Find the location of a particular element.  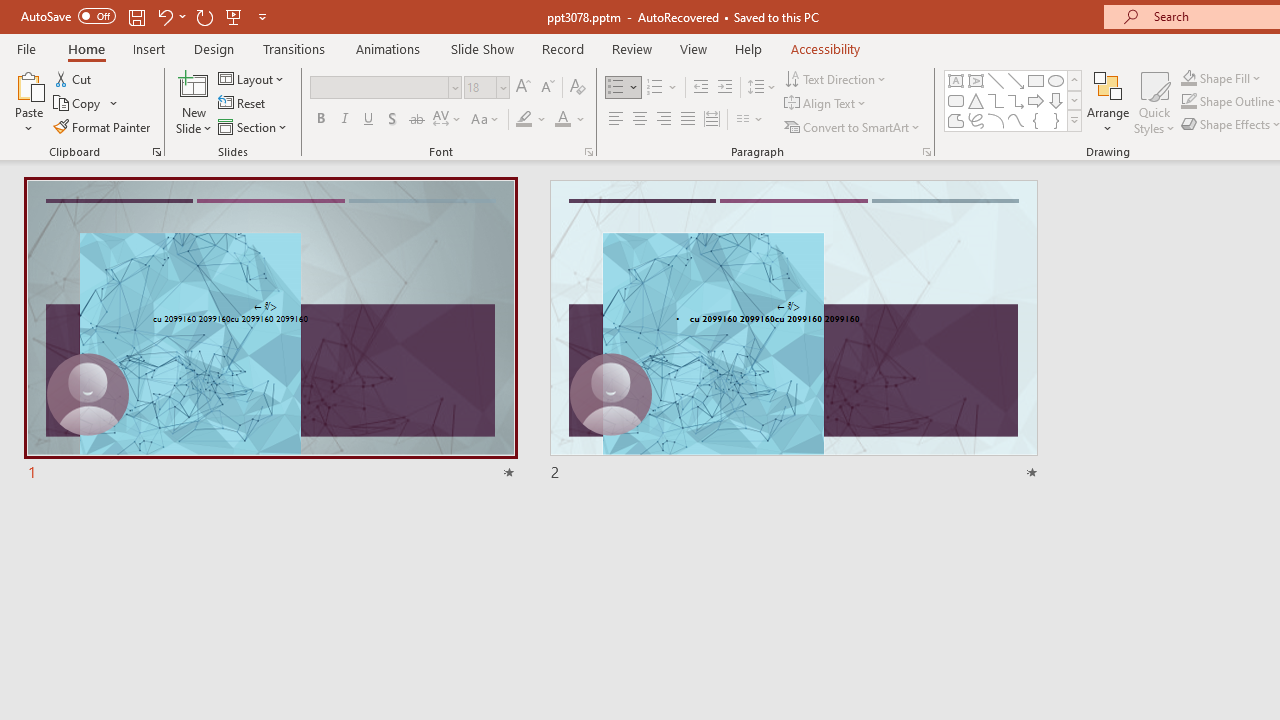

'Connector: Elbow' is located at coordinates (995, 100).